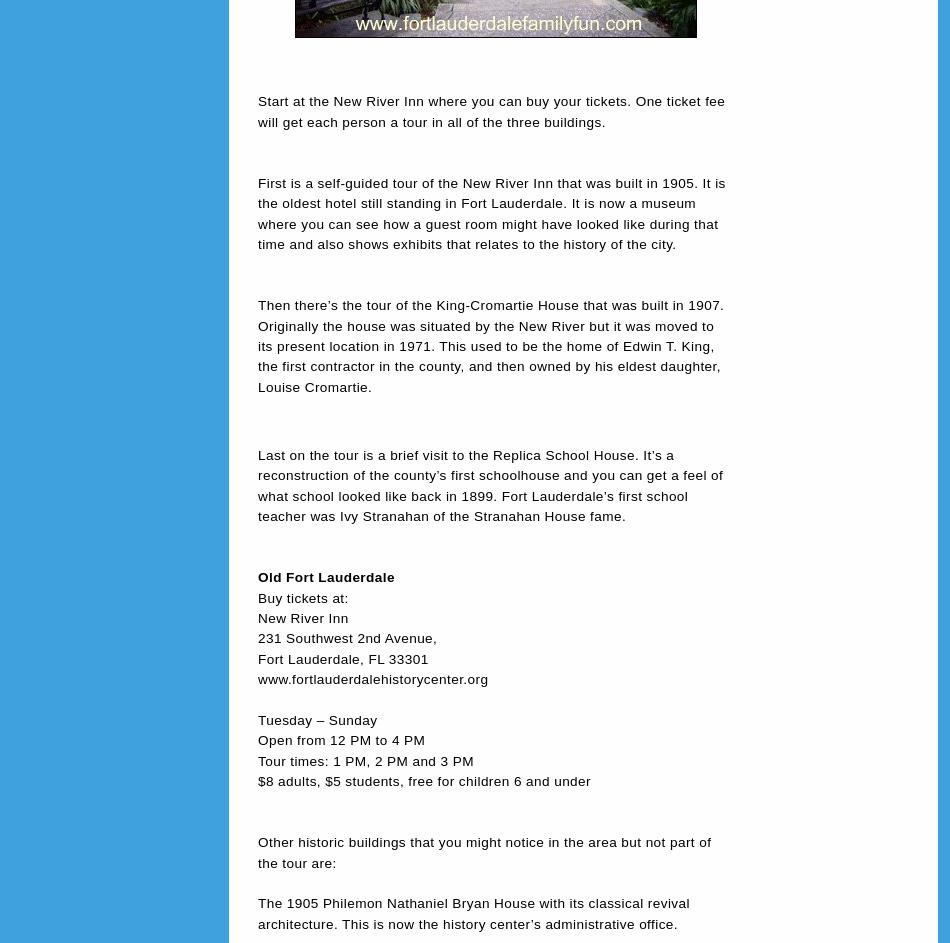 Image resolution: width=950 pixels, height=943 pixels. Describe the element at coordinates (325, 576) in the screenshot. I see `'Old Fort Lauderdale'` at that location.